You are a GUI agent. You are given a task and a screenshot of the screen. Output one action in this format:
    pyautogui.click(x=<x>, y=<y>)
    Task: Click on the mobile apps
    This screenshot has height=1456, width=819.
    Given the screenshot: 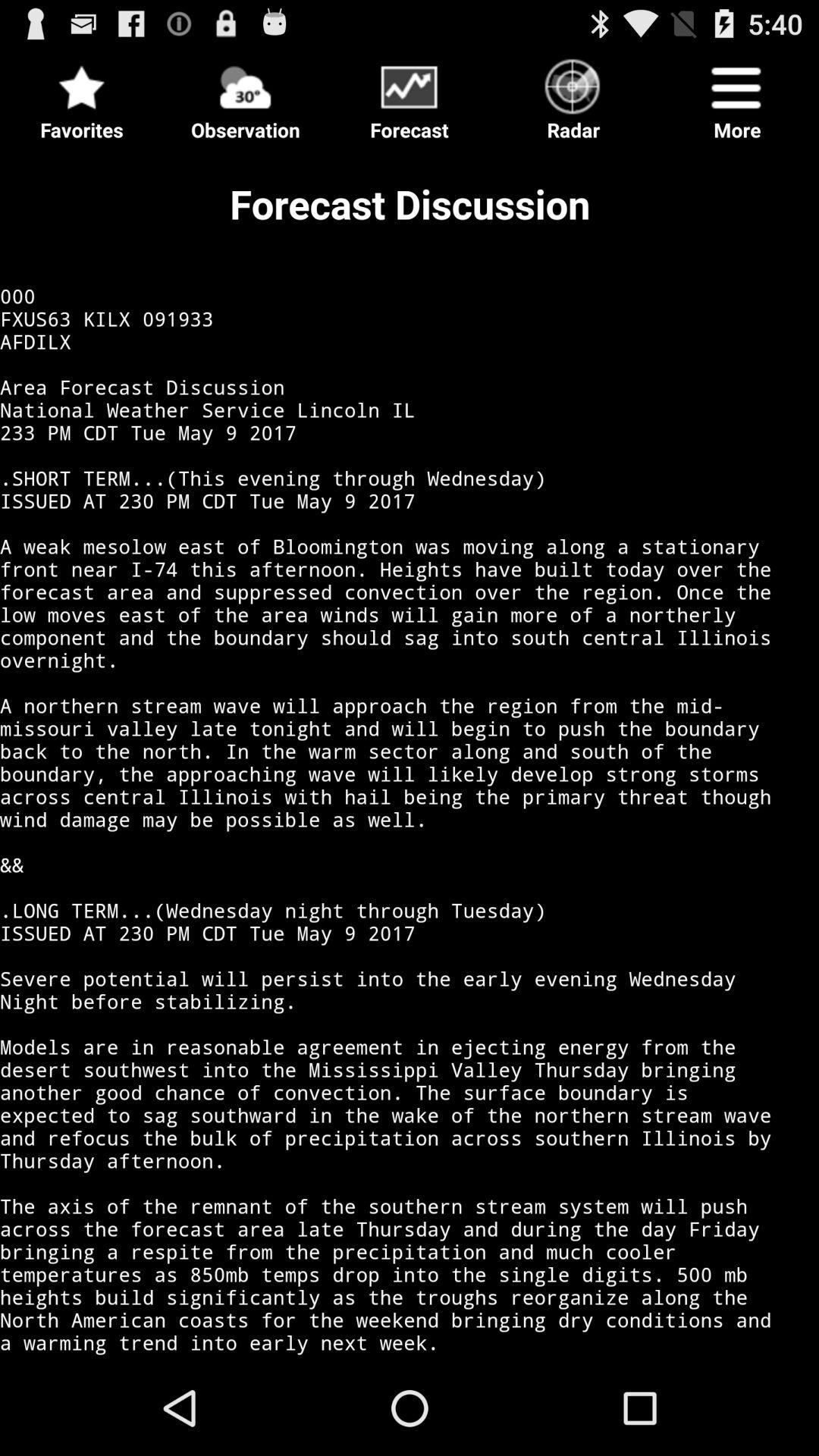 What is the action you would take?
    pyautogui.click(x=409, y=96)
    